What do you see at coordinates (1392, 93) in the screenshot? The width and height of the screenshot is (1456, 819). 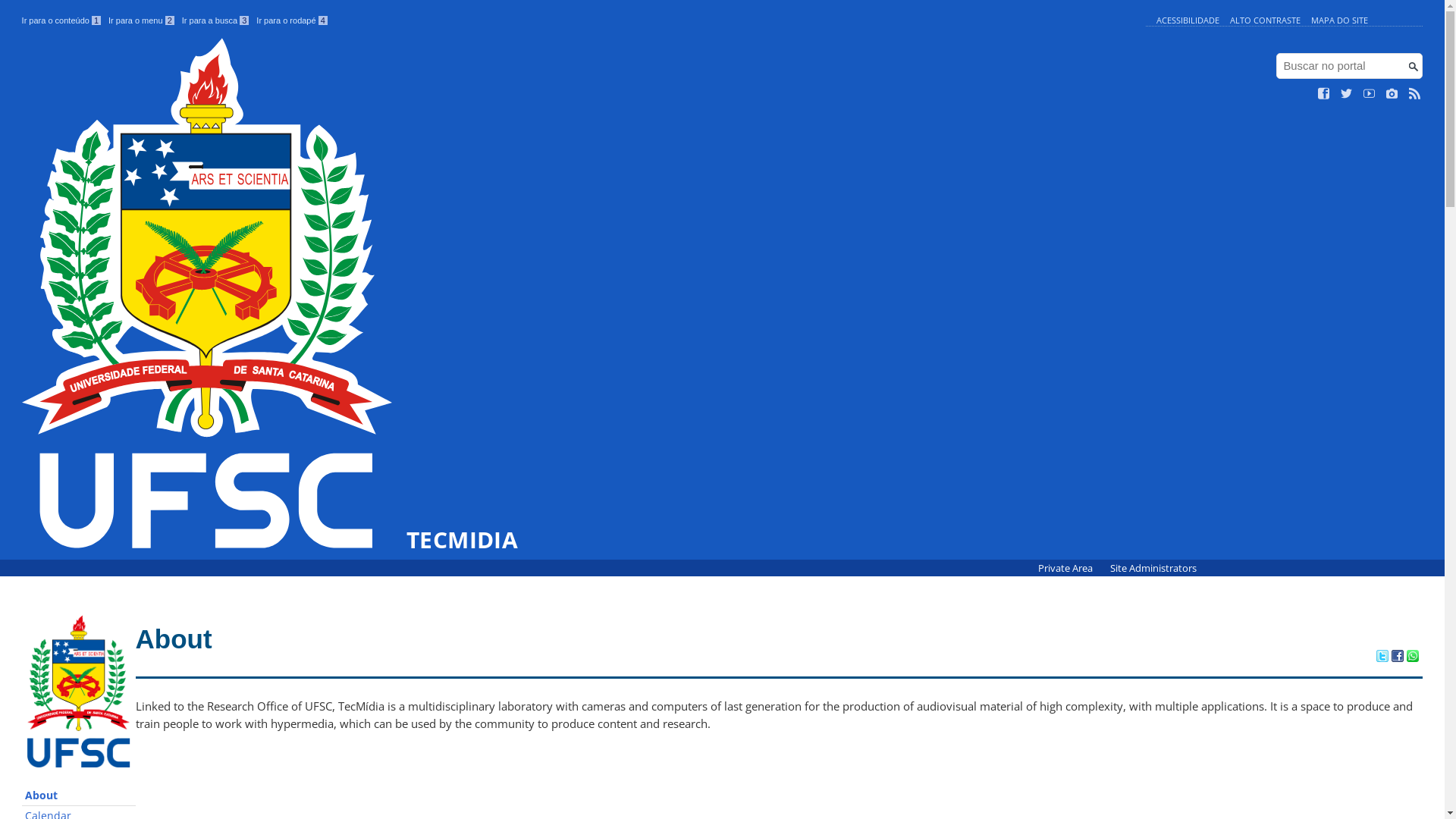 I see `'Veja no Instagram'` at bounding box center [1392, 93].